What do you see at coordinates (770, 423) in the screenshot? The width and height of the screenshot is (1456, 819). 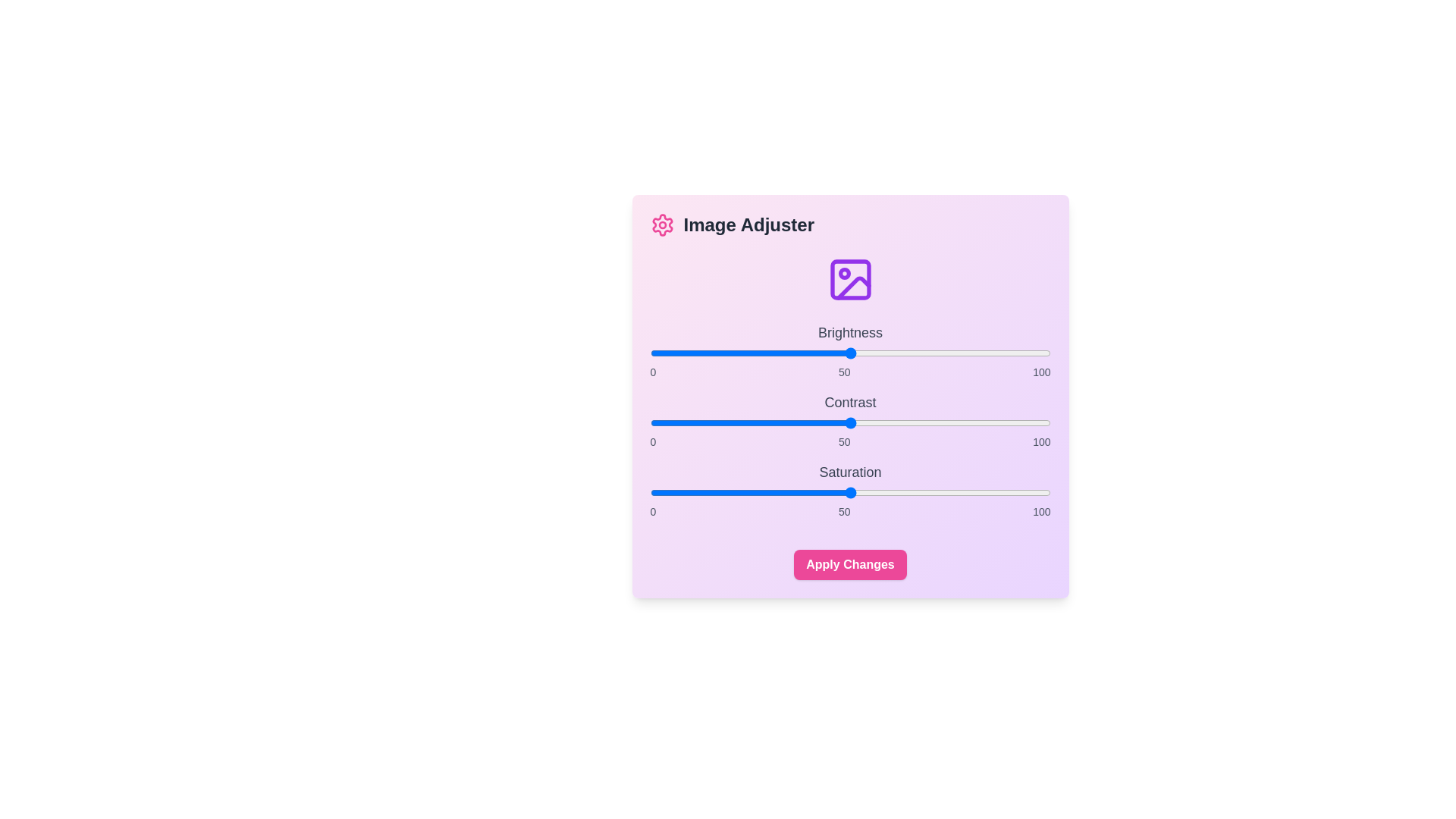 I see `the contrast slider to 30 percent` at bounding box center [770, 423].